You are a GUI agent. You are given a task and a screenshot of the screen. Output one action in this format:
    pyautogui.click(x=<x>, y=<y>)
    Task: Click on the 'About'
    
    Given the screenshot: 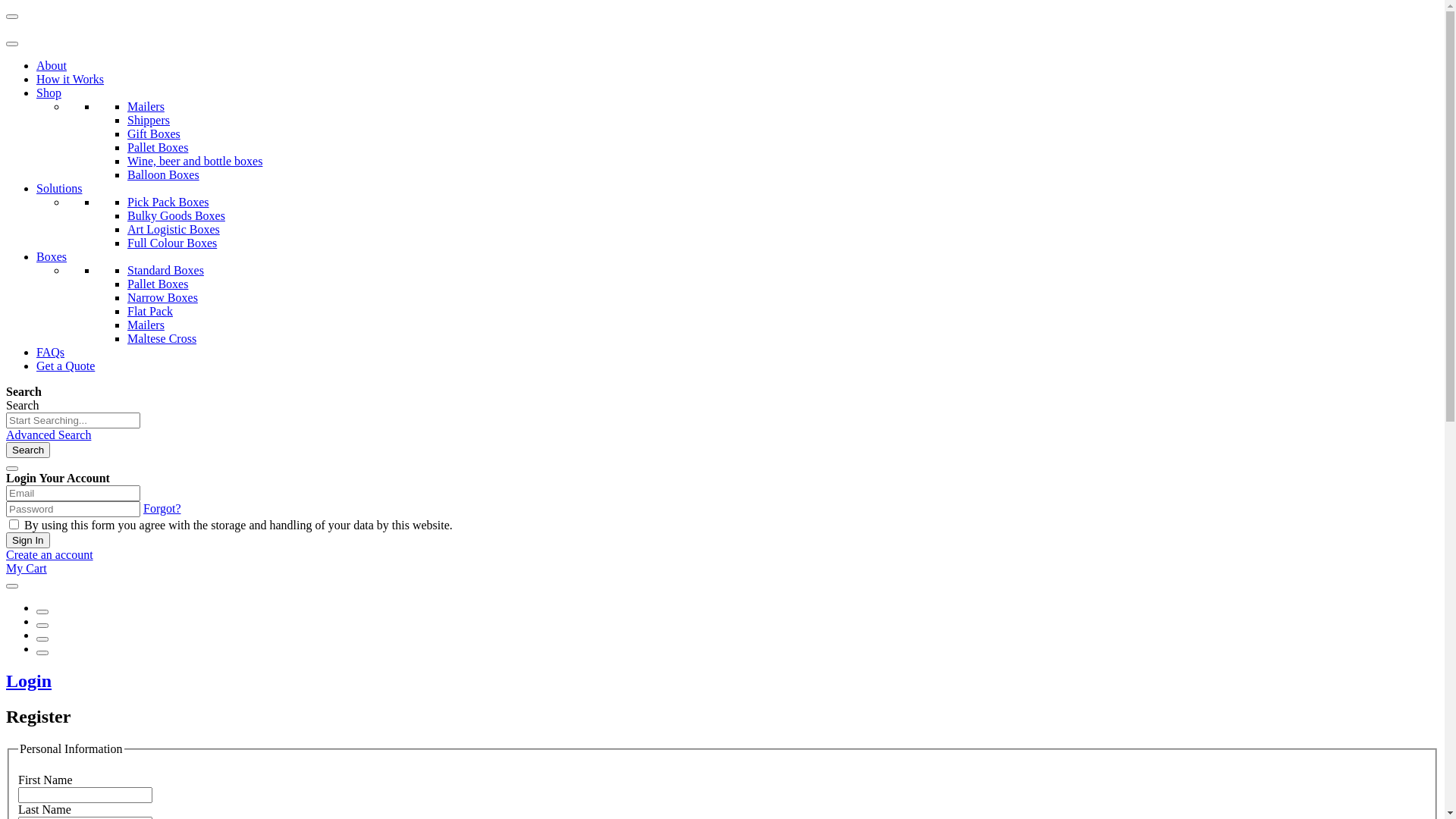 What is the action you would take?
    pyautogui.click(x=51, y=64)
    